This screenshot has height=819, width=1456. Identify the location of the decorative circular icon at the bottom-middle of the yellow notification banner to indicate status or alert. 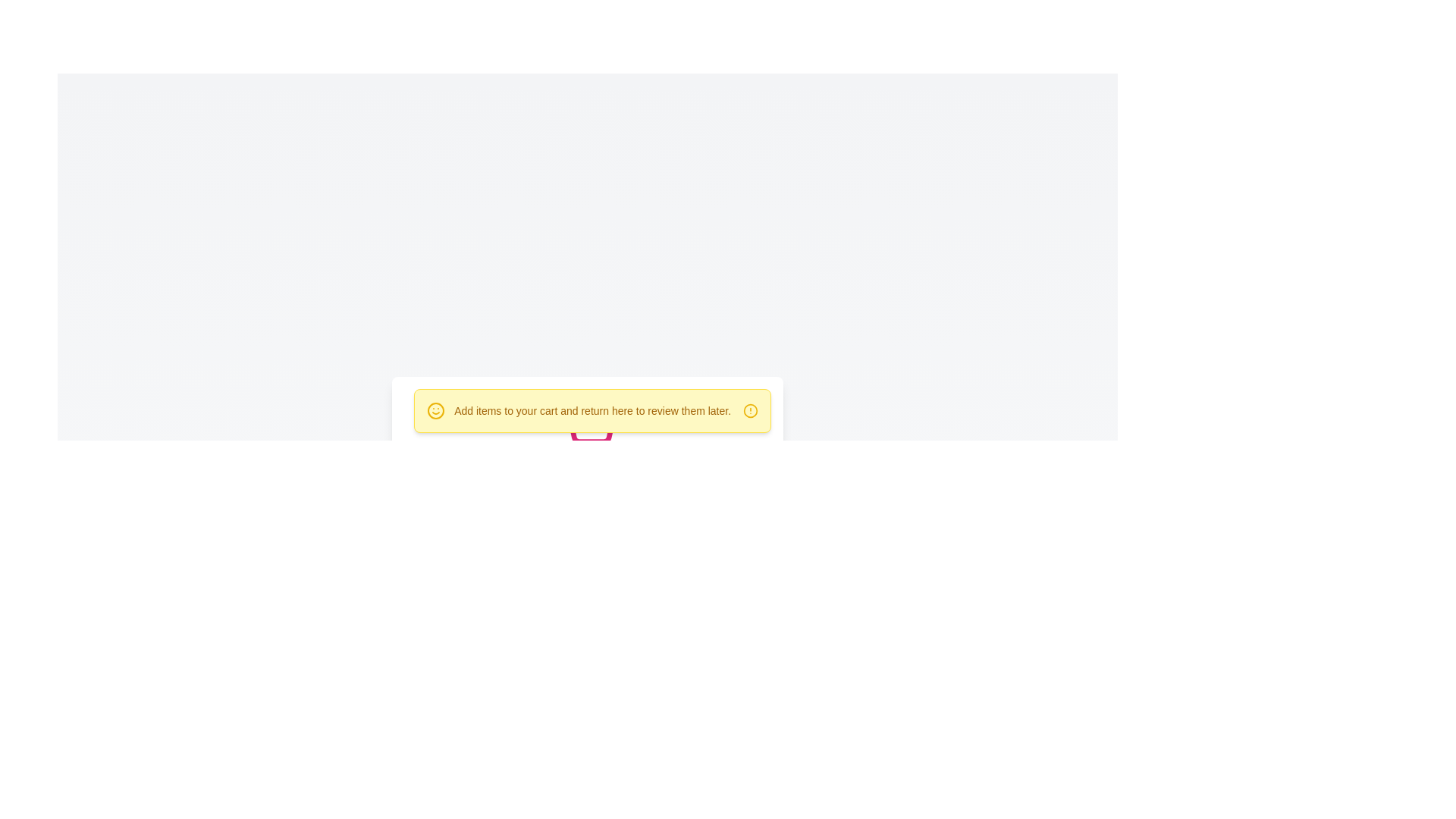
(751, 411).